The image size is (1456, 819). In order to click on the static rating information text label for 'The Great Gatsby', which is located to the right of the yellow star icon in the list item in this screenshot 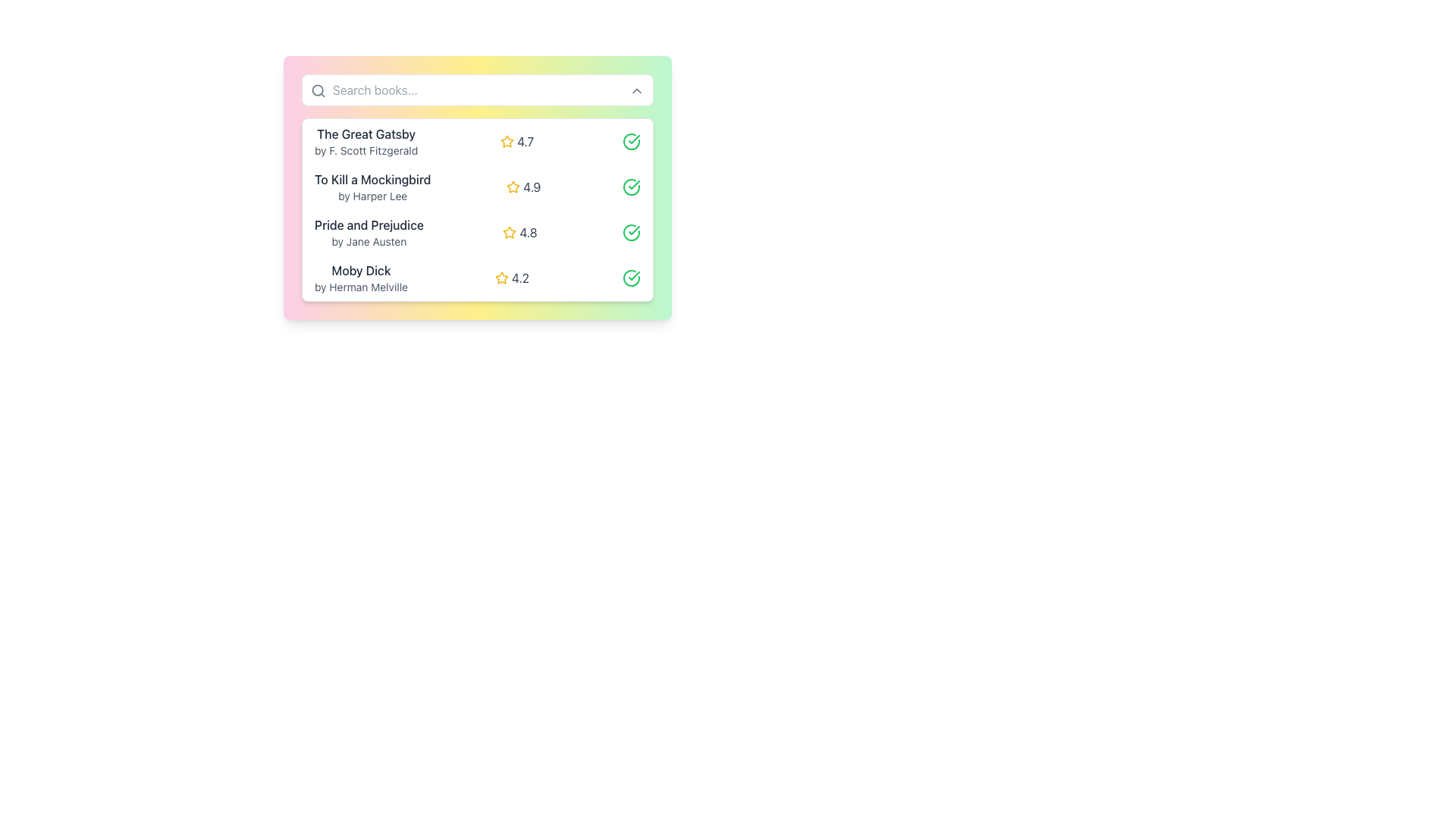, I will do `click(526, 141)`.